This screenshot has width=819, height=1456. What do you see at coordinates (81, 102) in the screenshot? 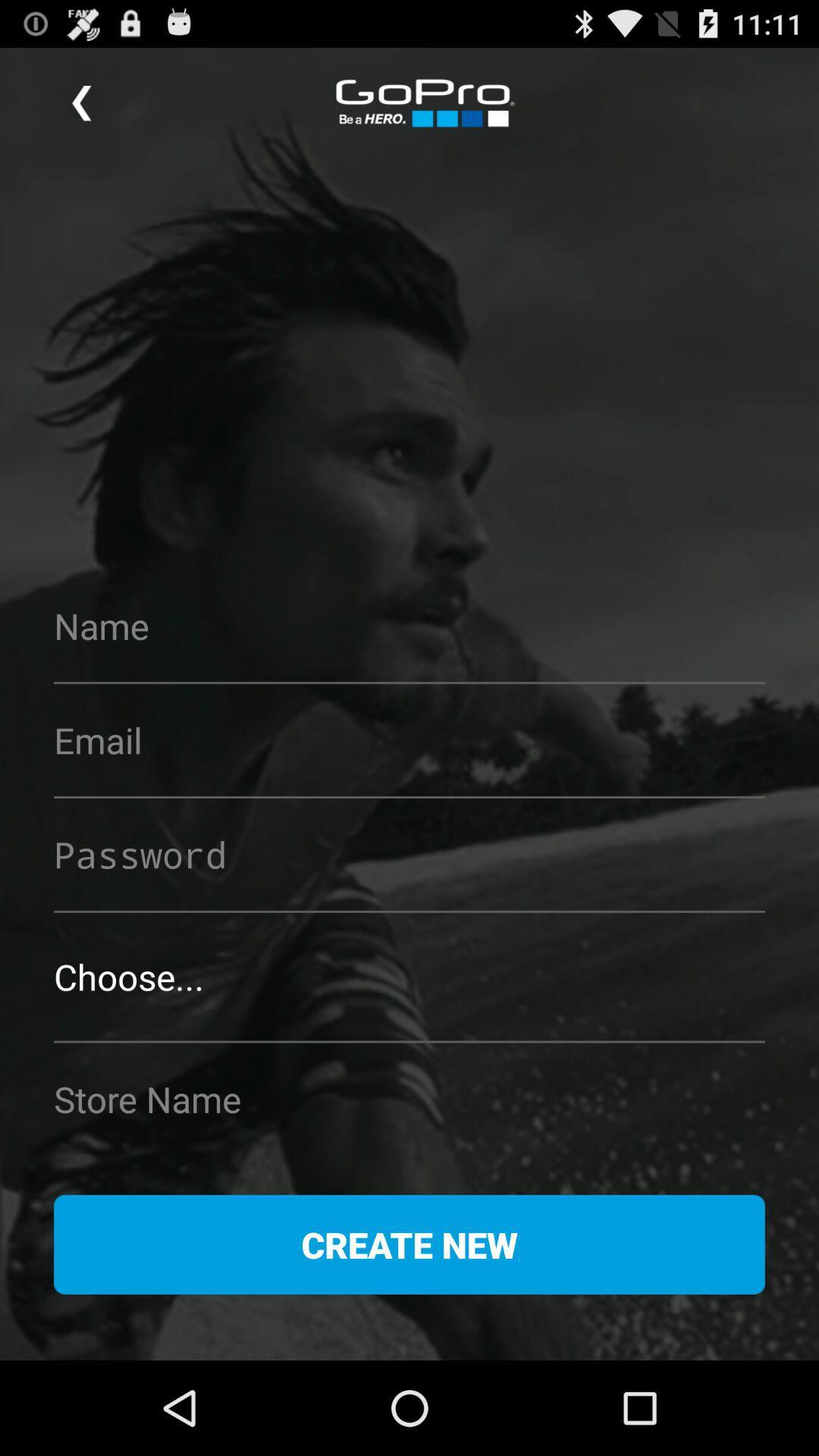
I see `undo` at bounding box center [81, 102].